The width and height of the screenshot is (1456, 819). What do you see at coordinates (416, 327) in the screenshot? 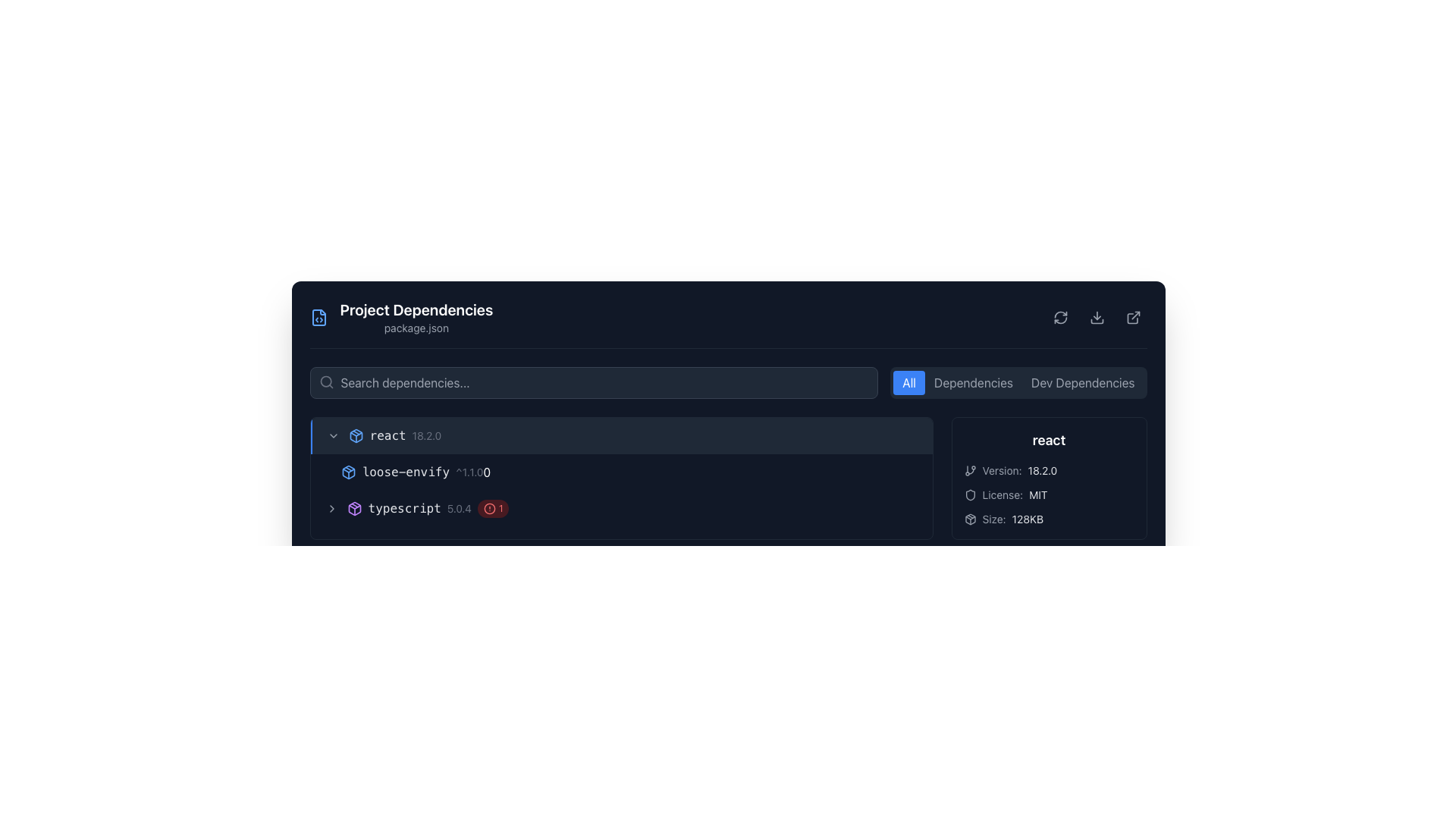
I see `the text label displaying 'package.json' which is located beneath the 'Project Dependencies' title` at bounding box center [416, 327].